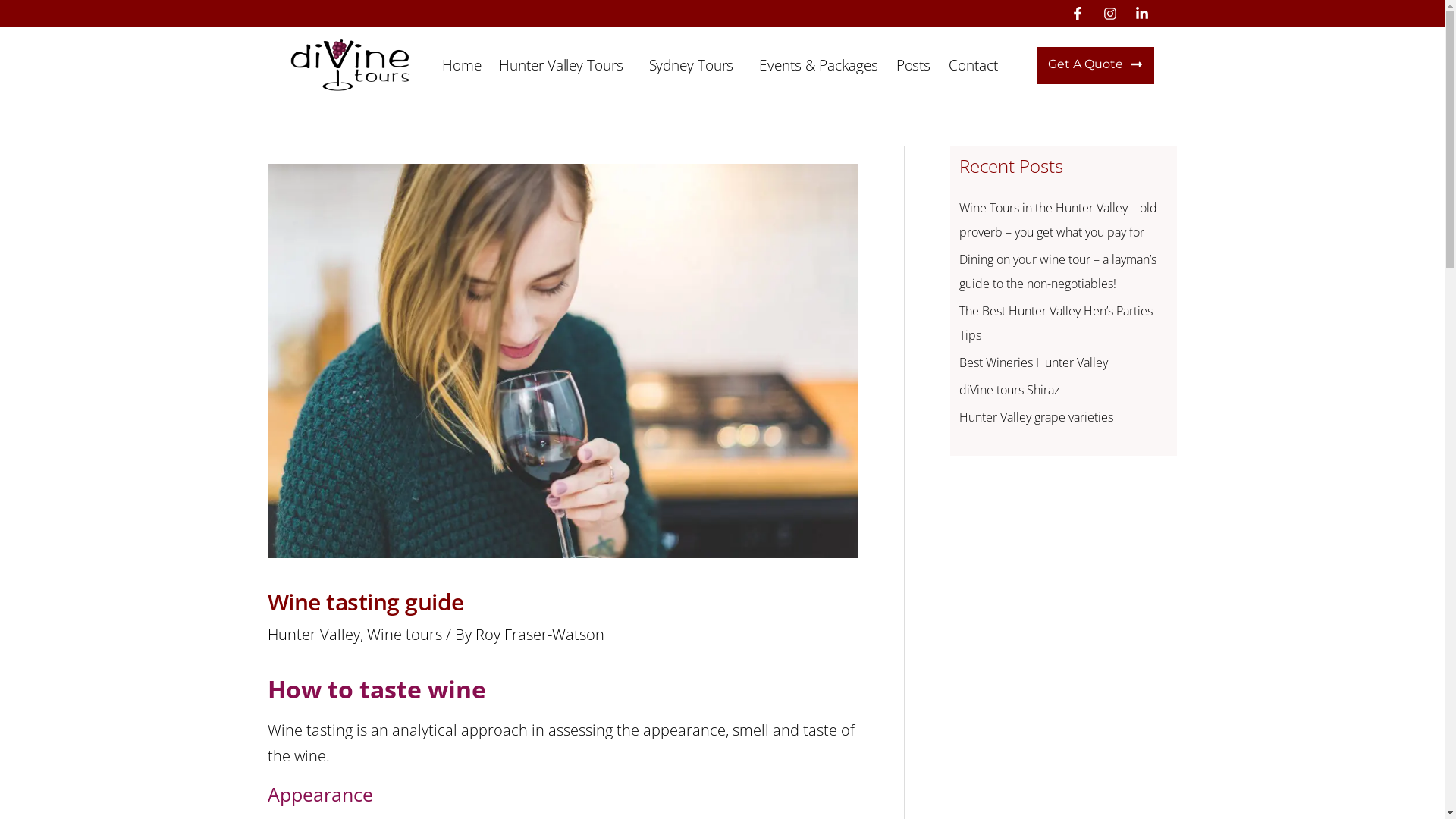 The height and width of the screenshot is (819, 1456). I want to click on 'Hunter Valley grape varieties', so click(1034, 417).